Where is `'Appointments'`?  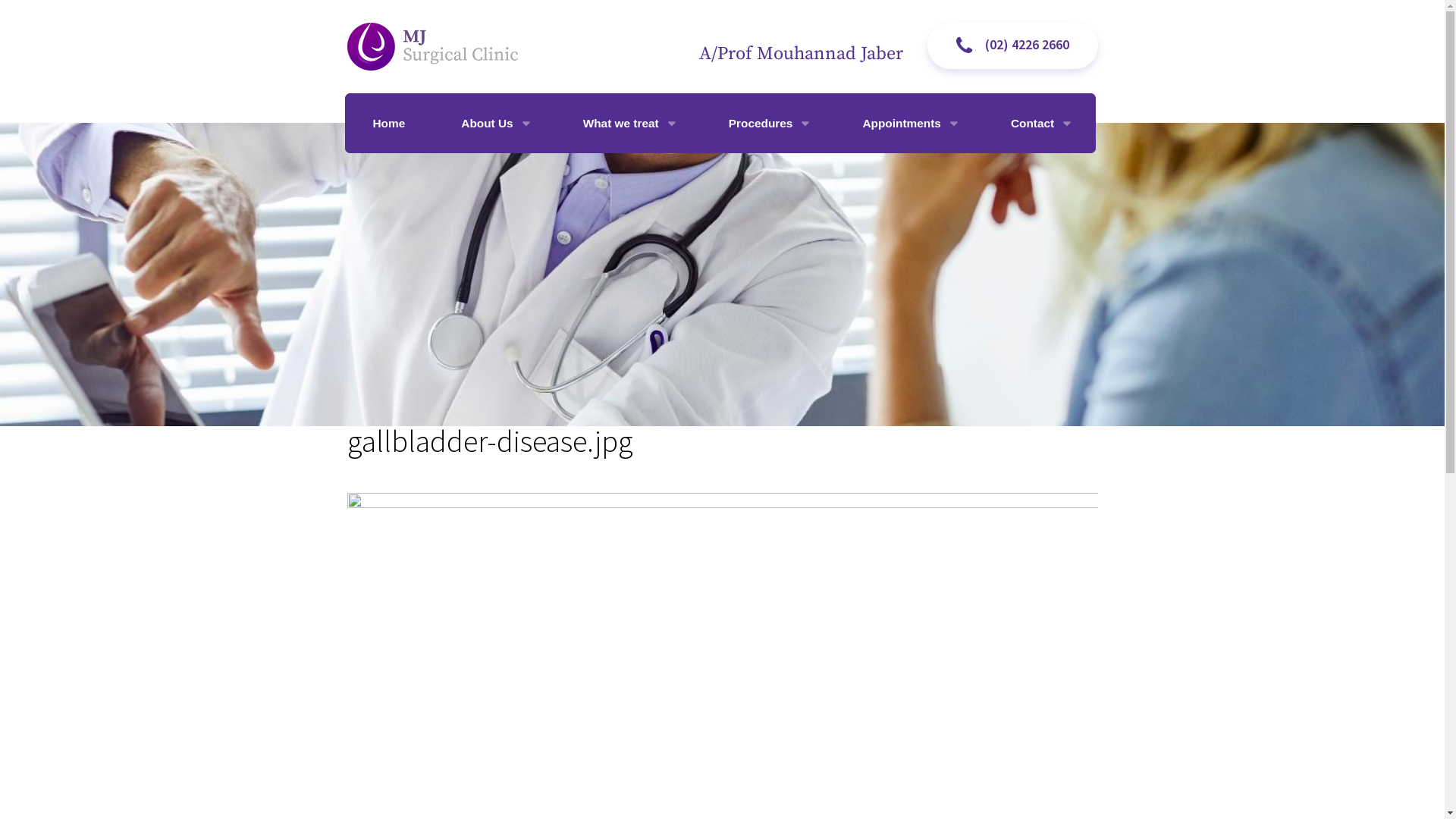
'Appointments' is located at coordinates (908, 122).